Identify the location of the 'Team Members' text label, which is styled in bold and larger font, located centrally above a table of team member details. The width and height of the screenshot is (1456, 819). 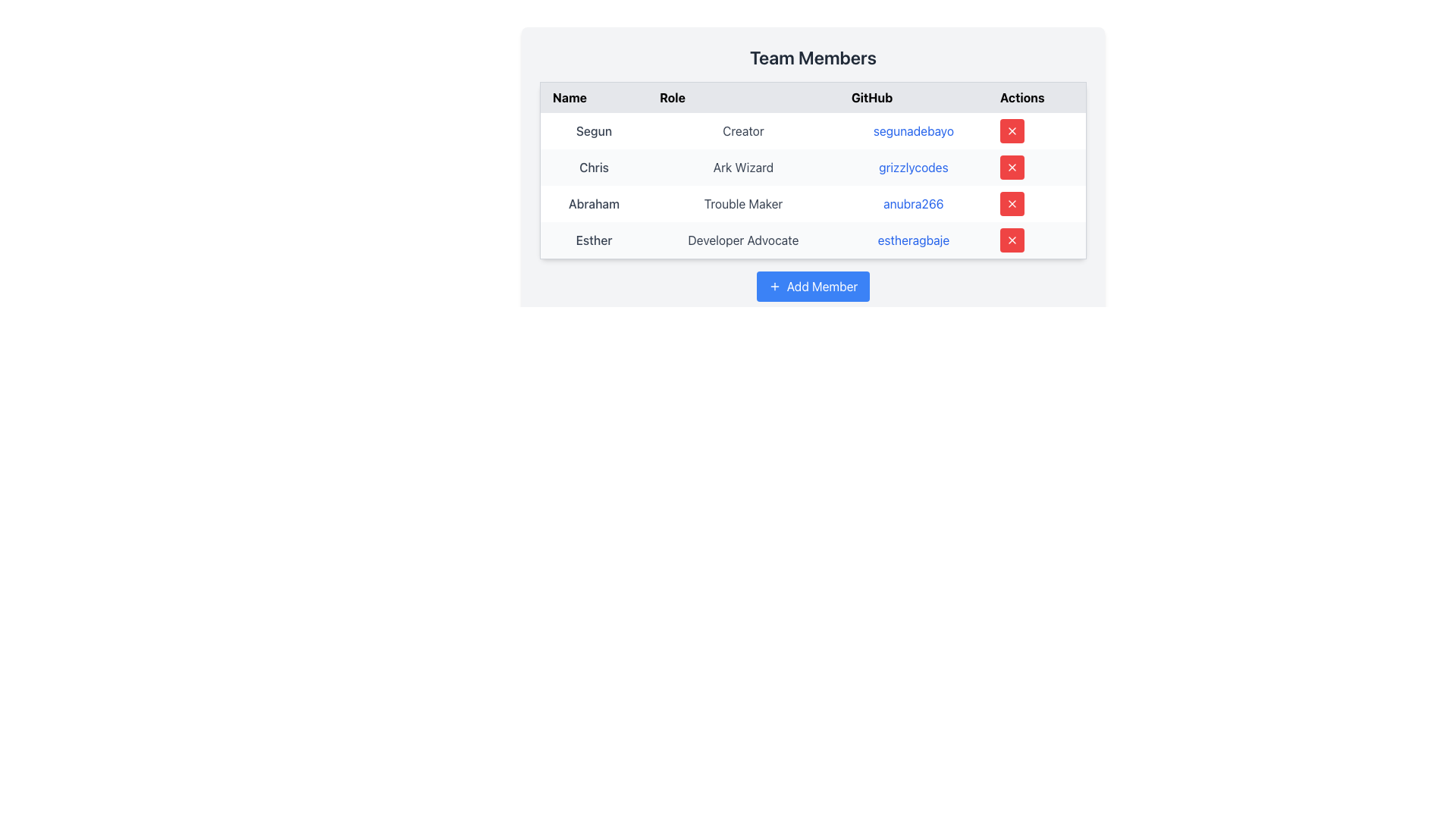
(812, 57).